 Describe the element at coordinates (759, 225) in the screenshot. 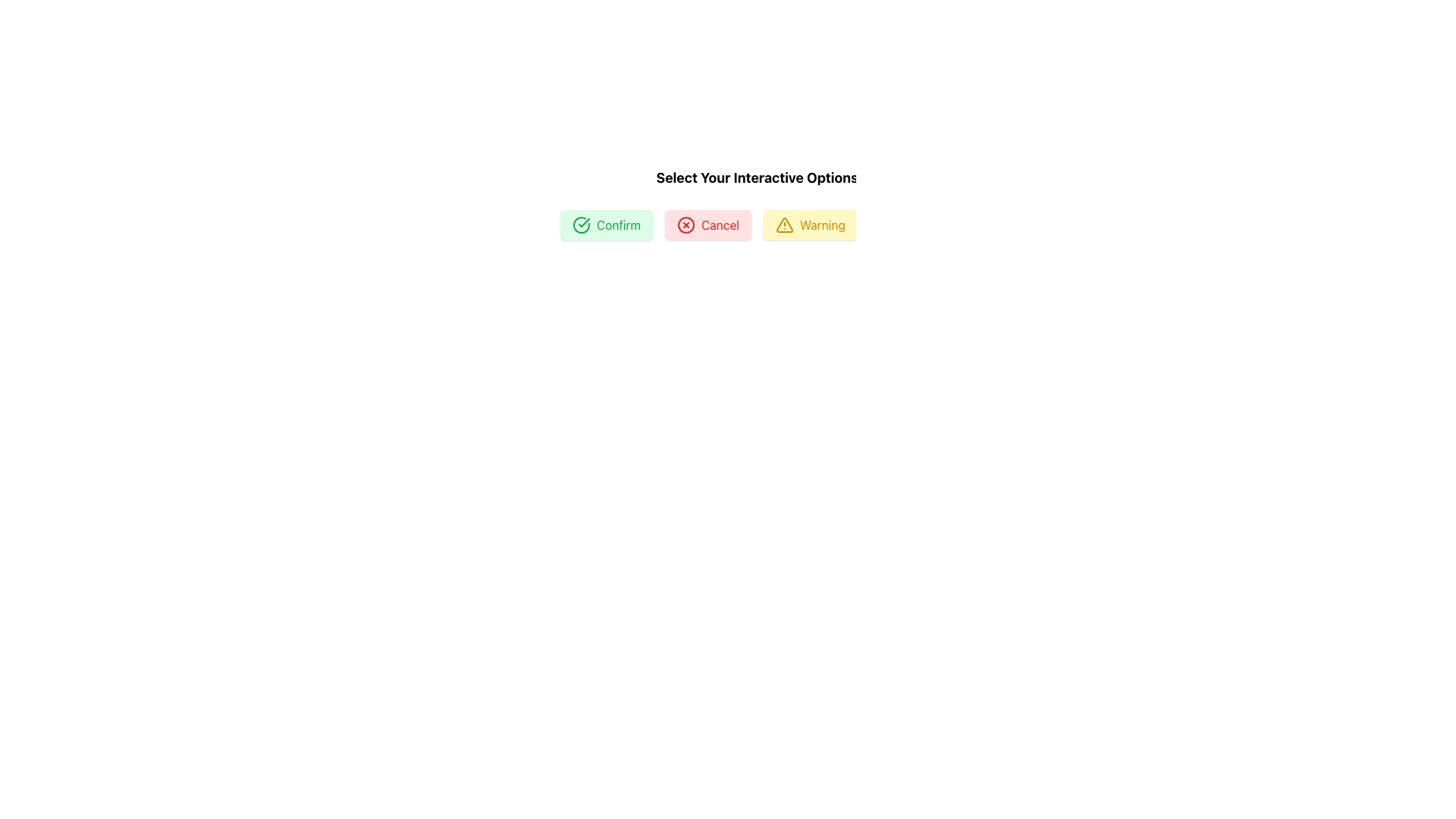

I see `the 'Warning' option in the navigation group of buttons, which is positioned between 'Cancel' and 'Protect'` at that location.